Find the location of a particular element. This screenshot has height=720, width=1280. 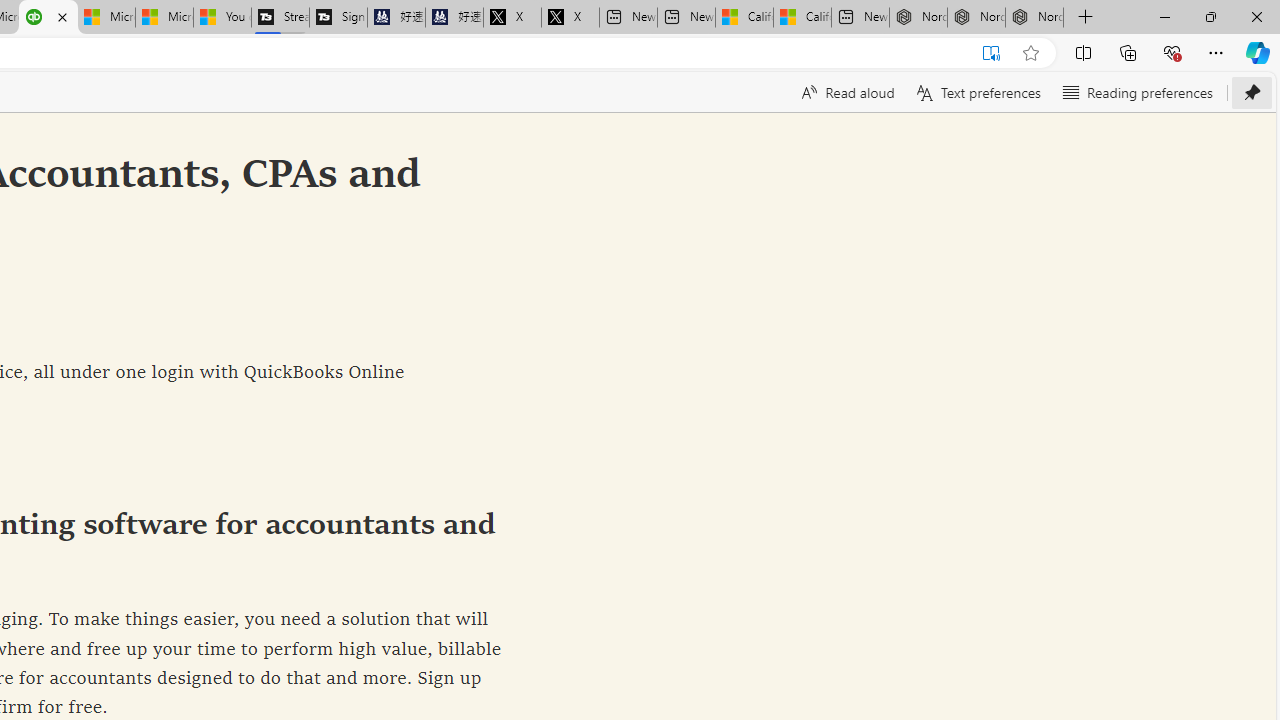

'Text preferences' is located at coordinates (977, 92).